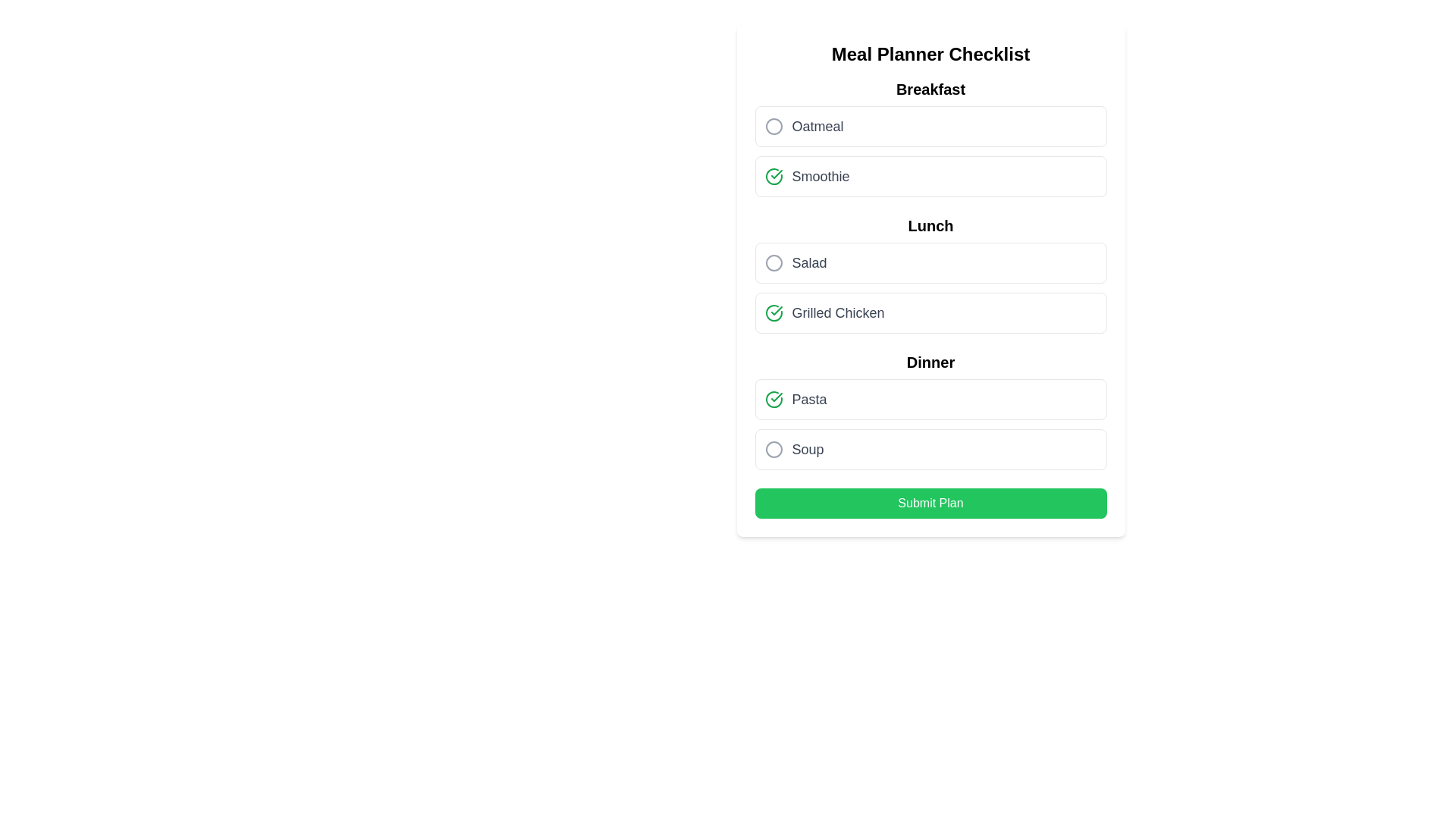 This screenshot has height=819, width=1456. I want to click on text label that describes the 'Salad' meal option, which is located in the checklist under the 'Lunch' section, so click(808, 262).